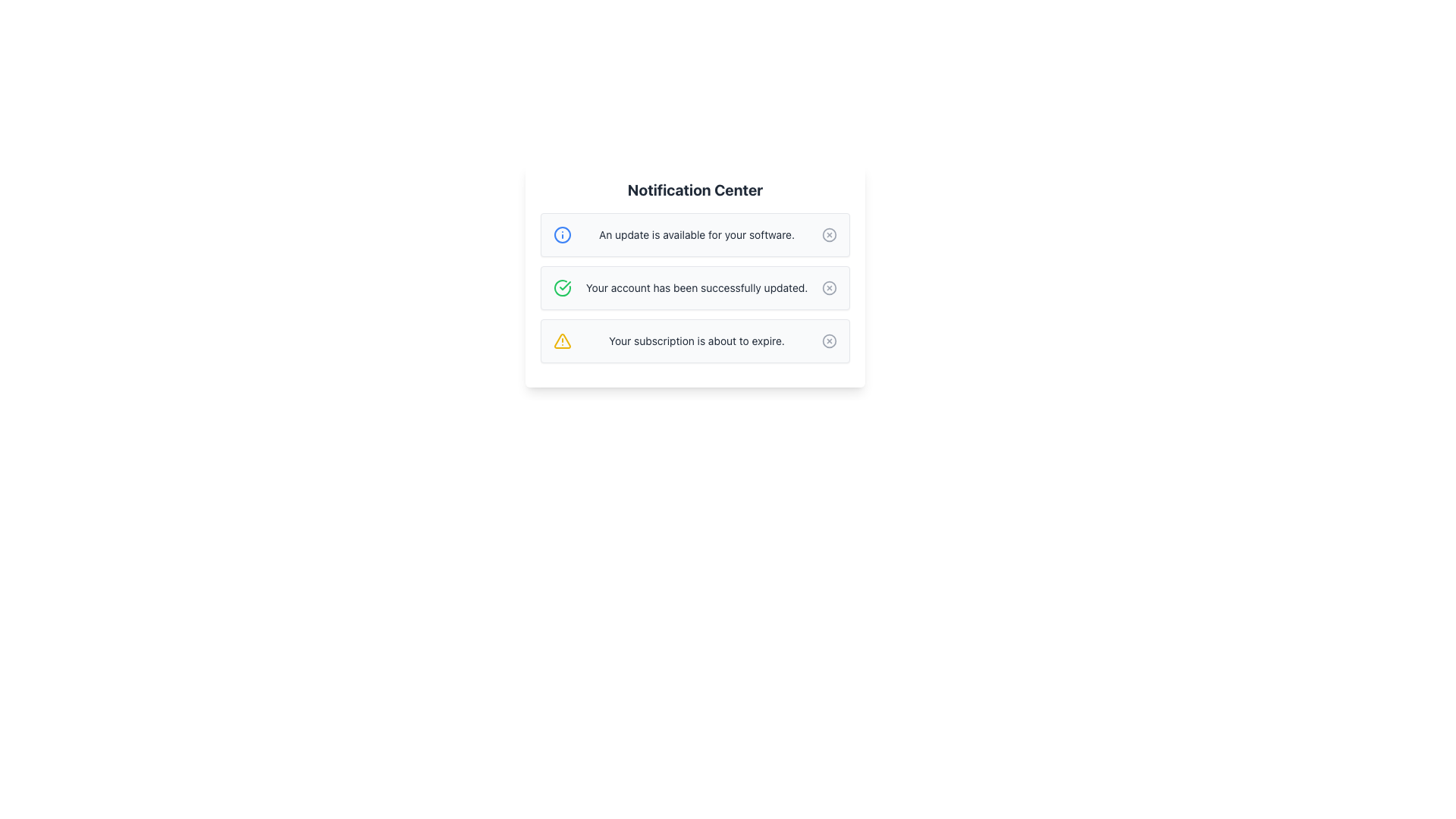 This screenshot has width=1456, height=819. I want to click on success message displayed in the notification card, located to the right of the circular green checkmark icon, so click(695, 288).